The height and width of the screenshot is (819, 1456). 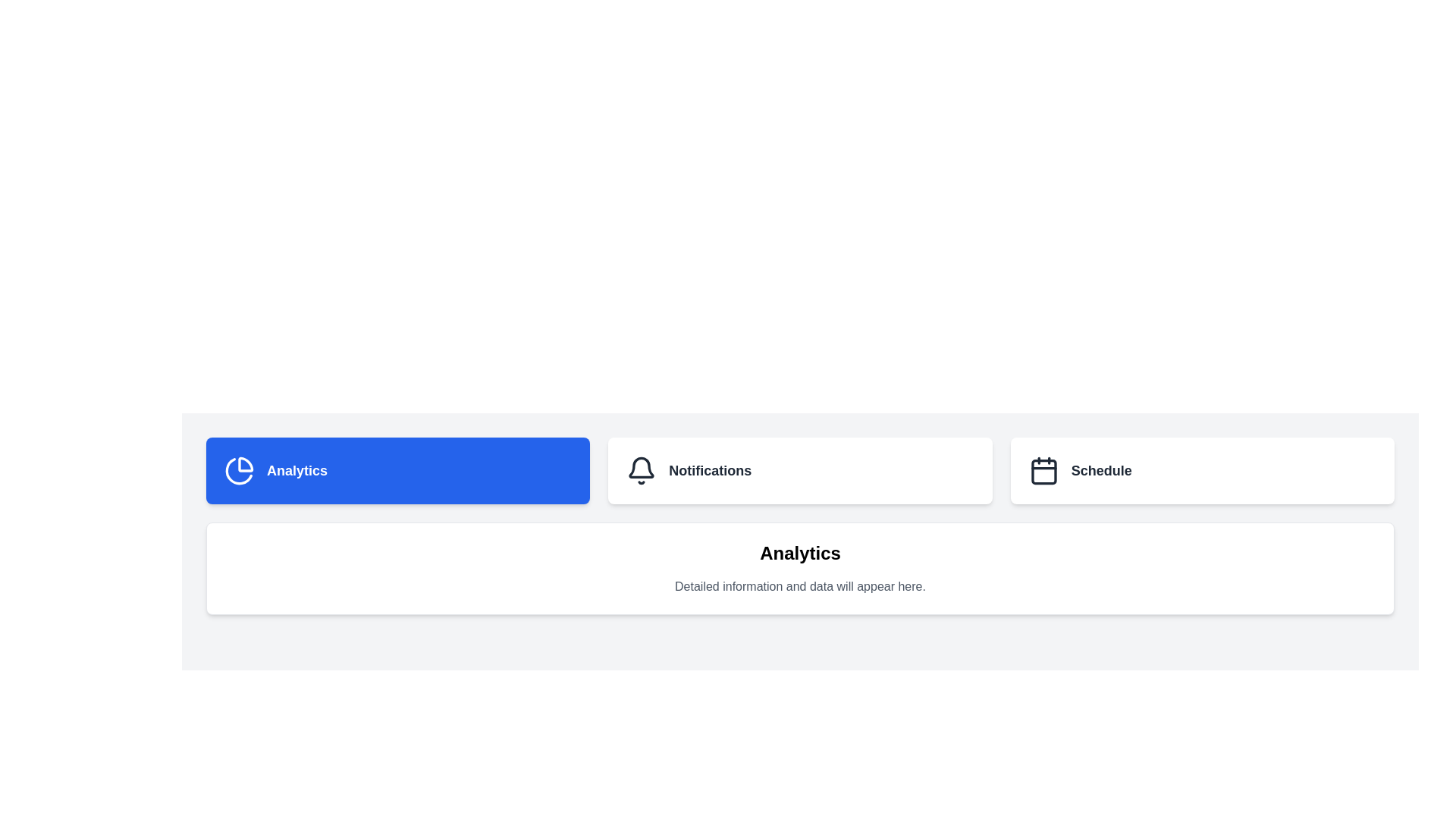 What do you see at coordinates (799, 553) in the screenshot?
I see `the bold black text label displaying 'Analytics' in a large font size, which is centered within a white rectangular card with rounded corners and shadow effect` at bounding box center [799, 553].